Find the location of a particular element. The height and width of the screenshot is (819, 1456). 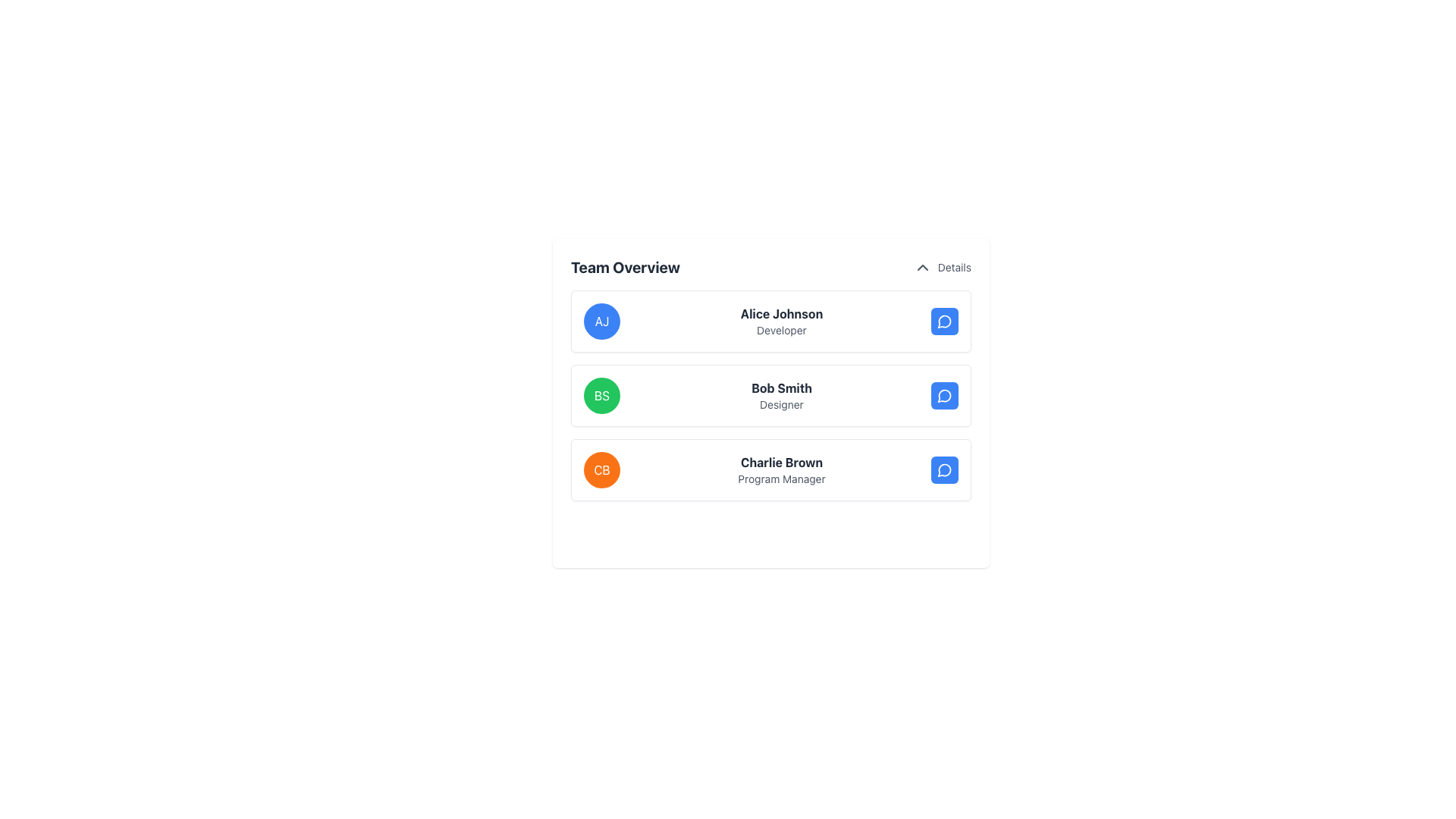

the upward-facing chevron icon next to the 'Details' label in the 'Team Overview' section is located at coordinates (921, 267).